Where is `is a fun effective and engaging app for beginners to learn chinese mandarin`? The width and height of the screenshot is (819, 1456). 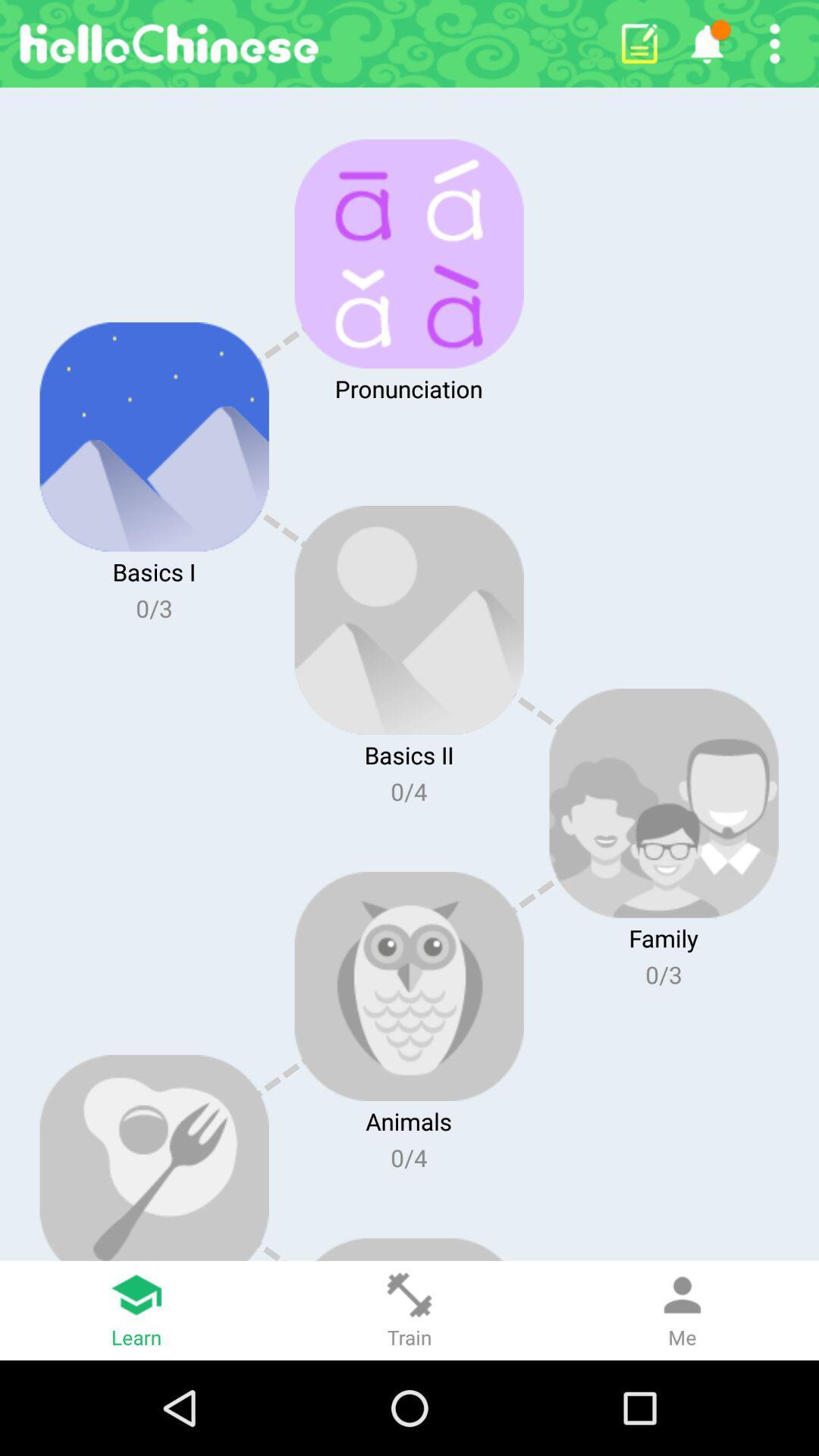 is a fun effective and engaging app for beginners to learn chinese mandarin is located at coordinates (774, 43).